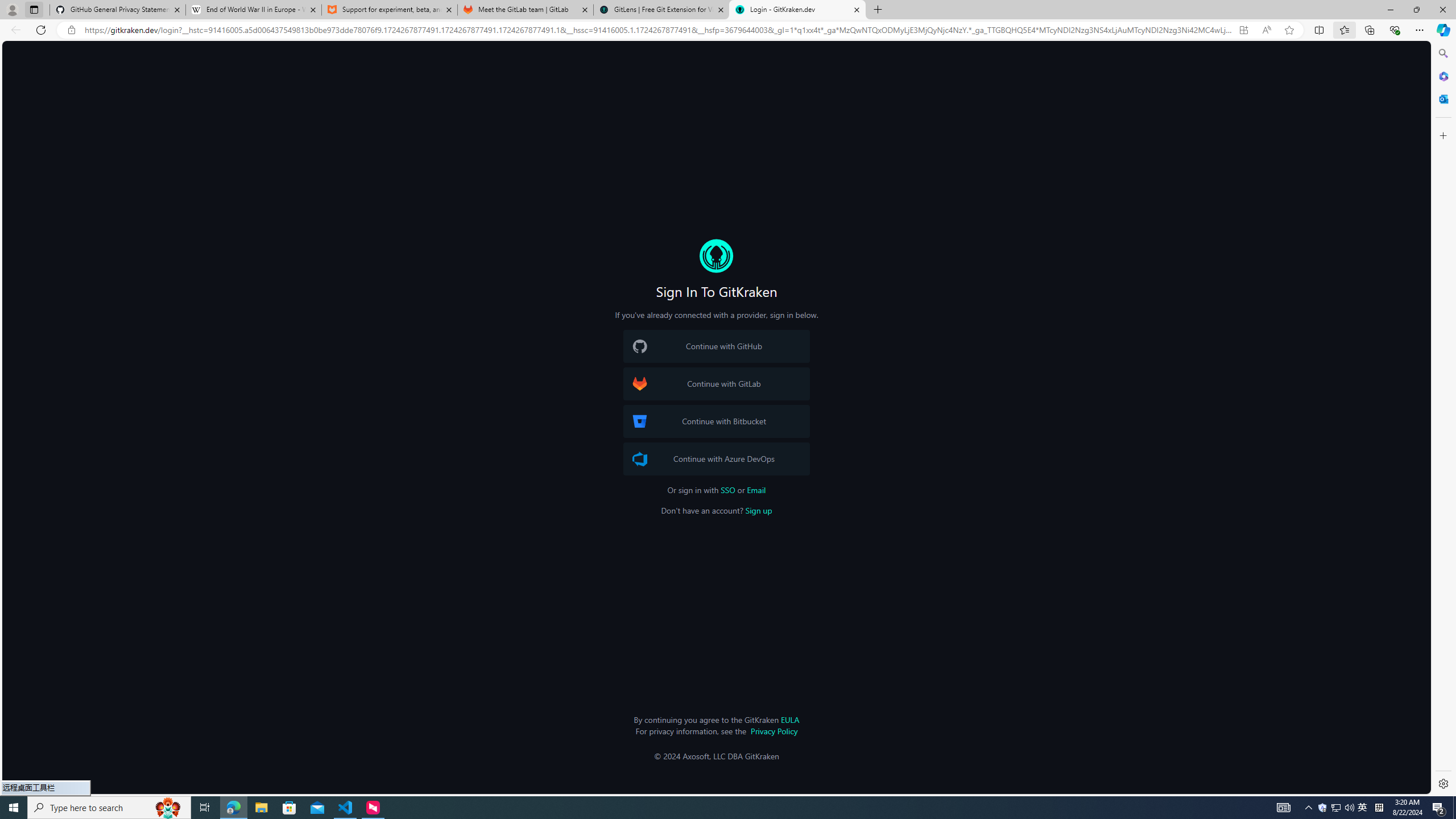  What do you see at coordinates (118, 9) in the screenshot?
I see `'GitHub General Privacy Statement - GitHub Docs'` at bounding box center [118, 9].